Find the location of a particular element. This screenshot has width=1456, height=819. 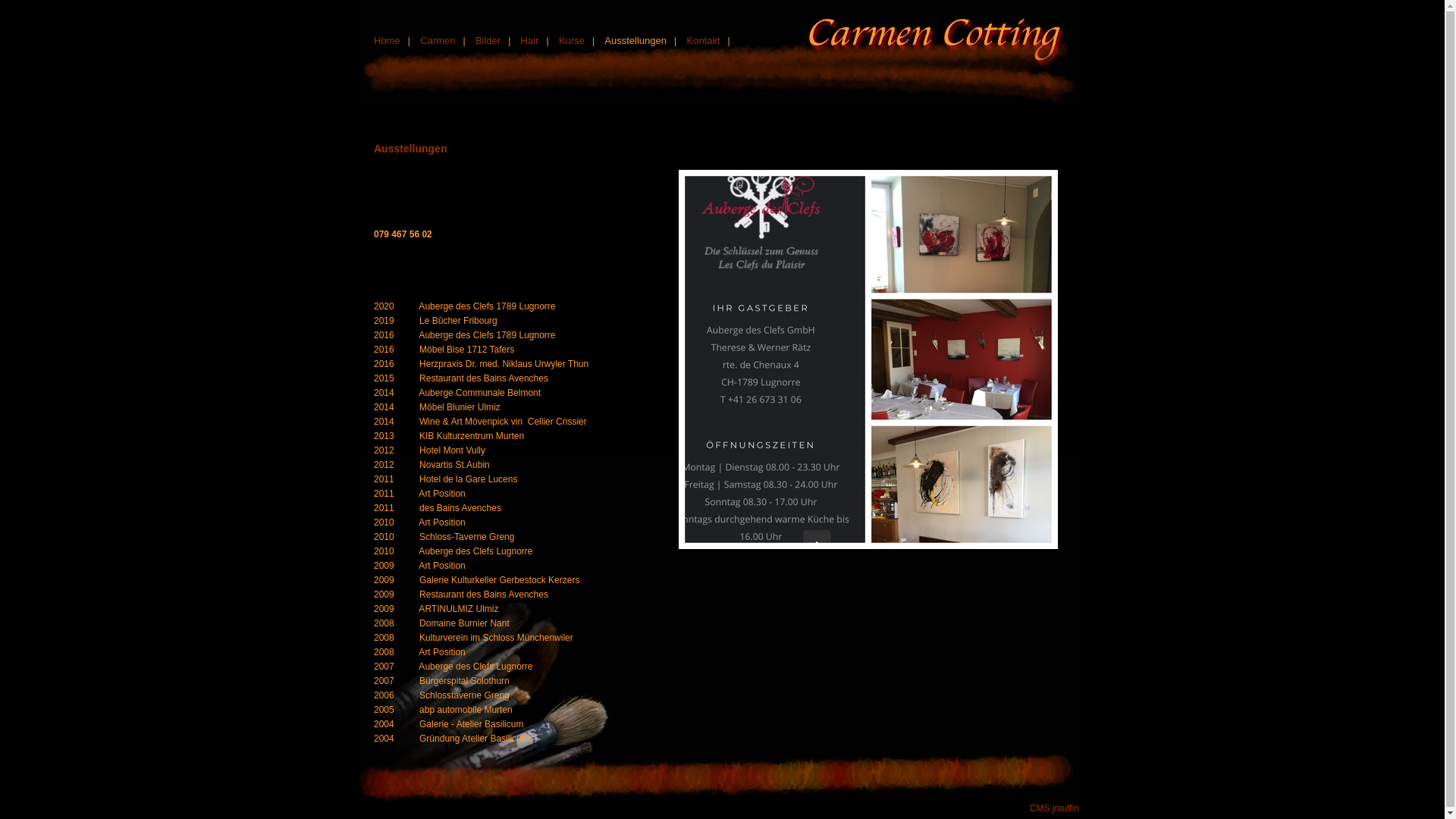

'CMS jmuffin' is located at coordinates (1053, 807).